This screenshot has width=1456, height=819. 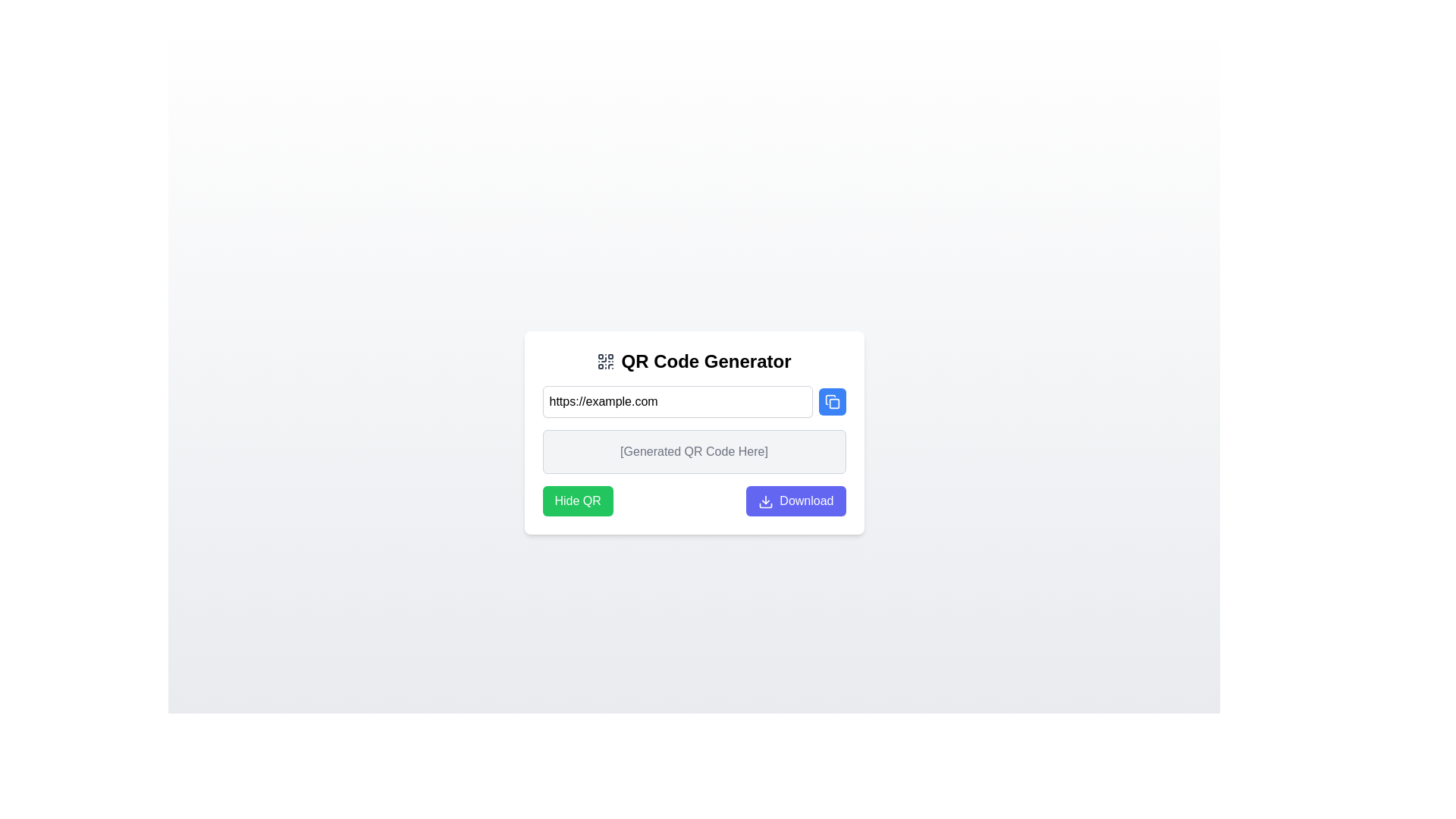 I want to click on the rectangular button with a green background and white text that says 'Hide QR', so click(x=577, y=500).